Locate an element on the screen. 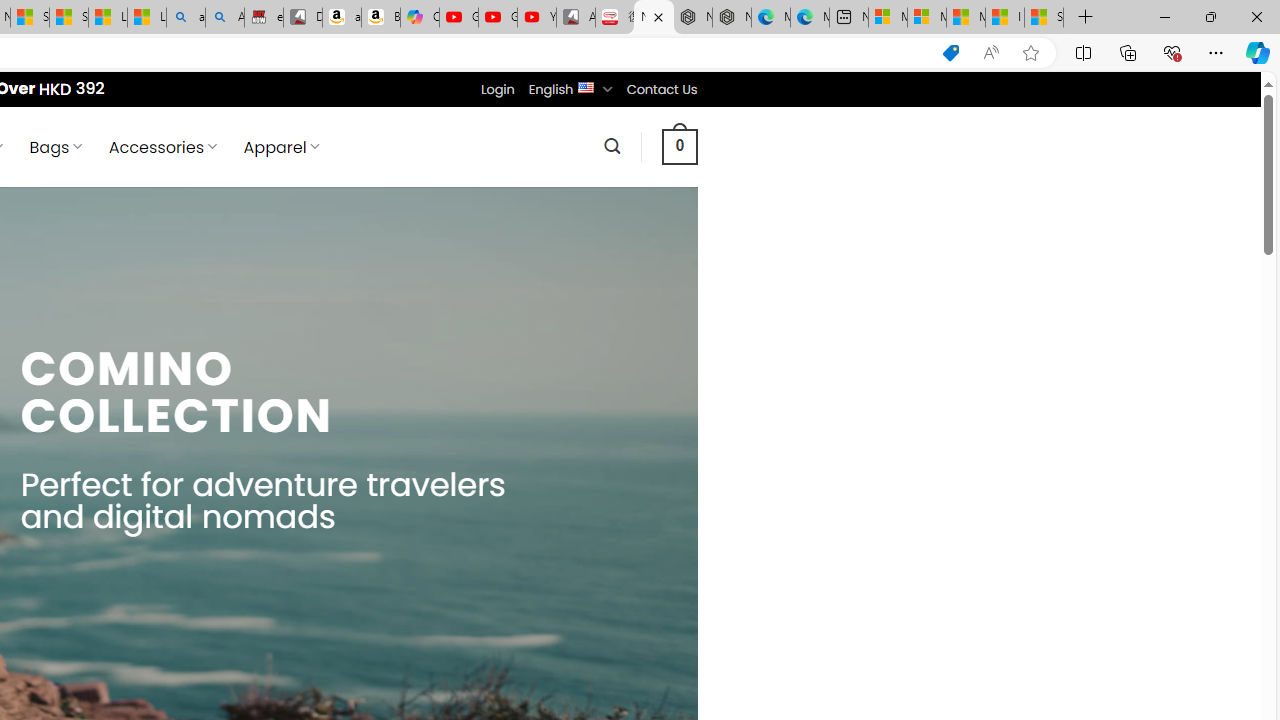  'Gloom - YouTube' is located at coordinates (497, 17).